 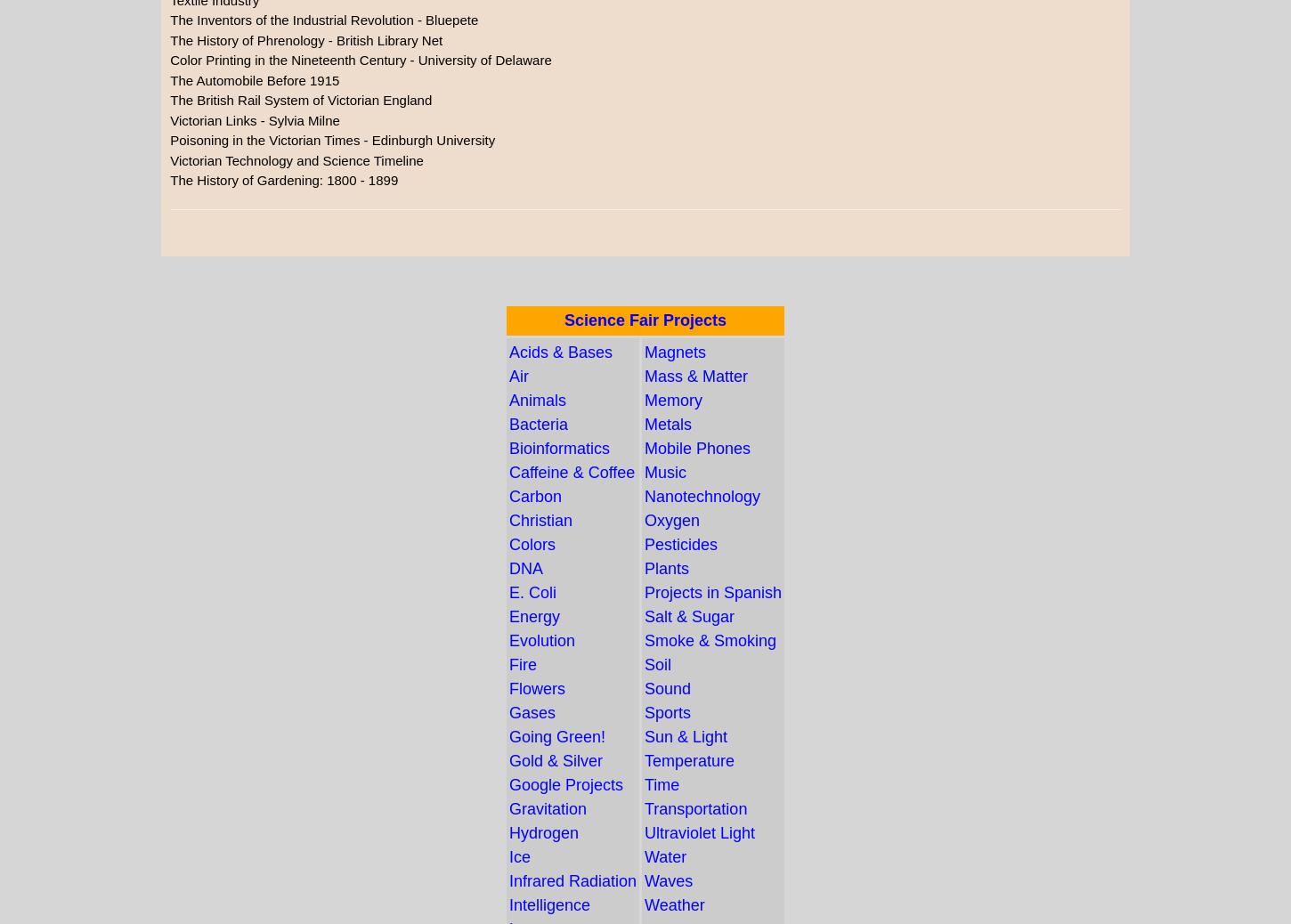 I want to click on 'Ice', so click(x=519, y=856).